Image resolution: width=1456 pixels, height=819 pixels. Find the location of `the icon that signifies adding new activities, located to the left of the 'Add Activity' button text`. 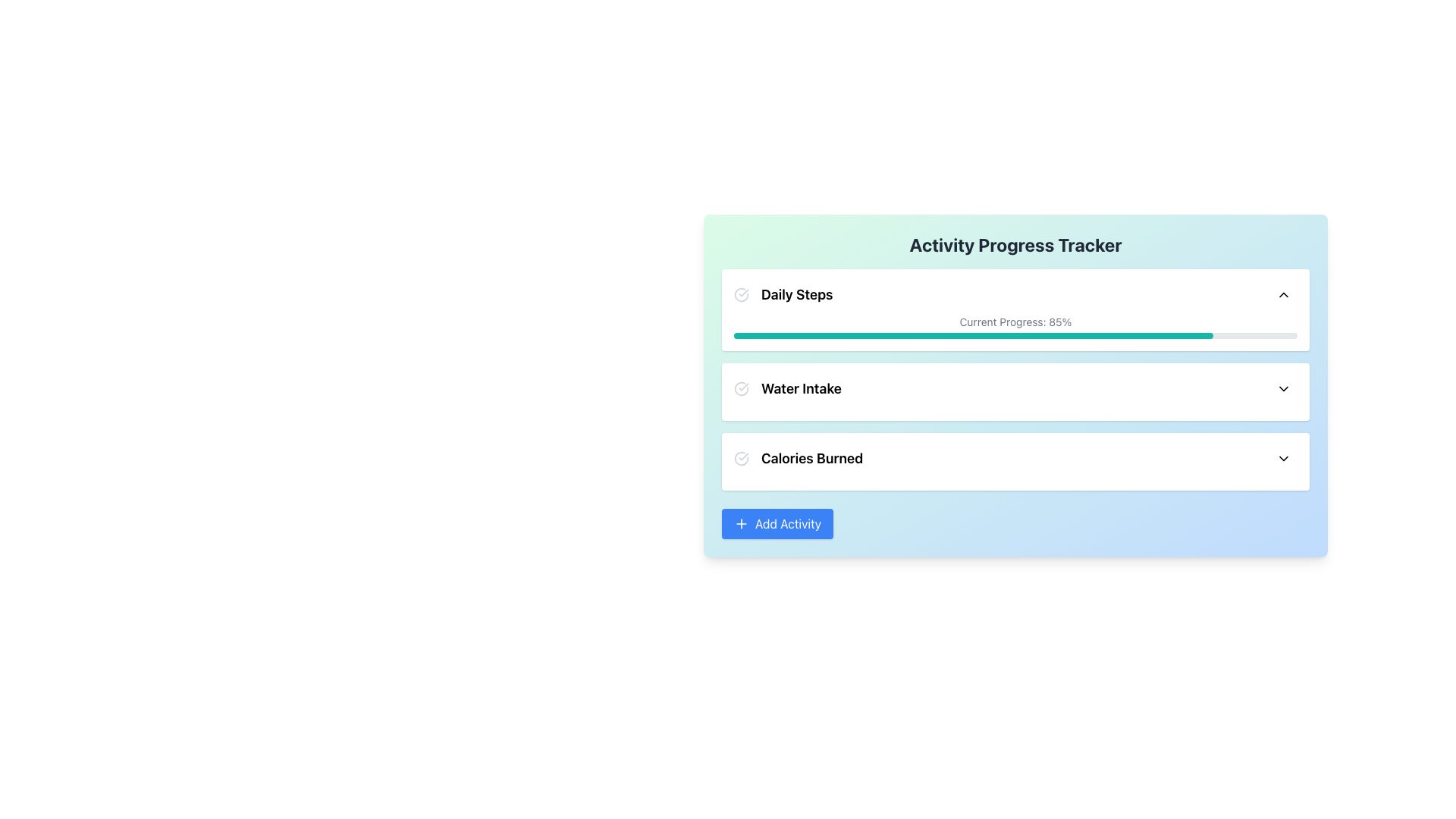

the icon that signifies adding new activities, located to the left of the 'Add Activity' button text is located at coordinates (742, 522).